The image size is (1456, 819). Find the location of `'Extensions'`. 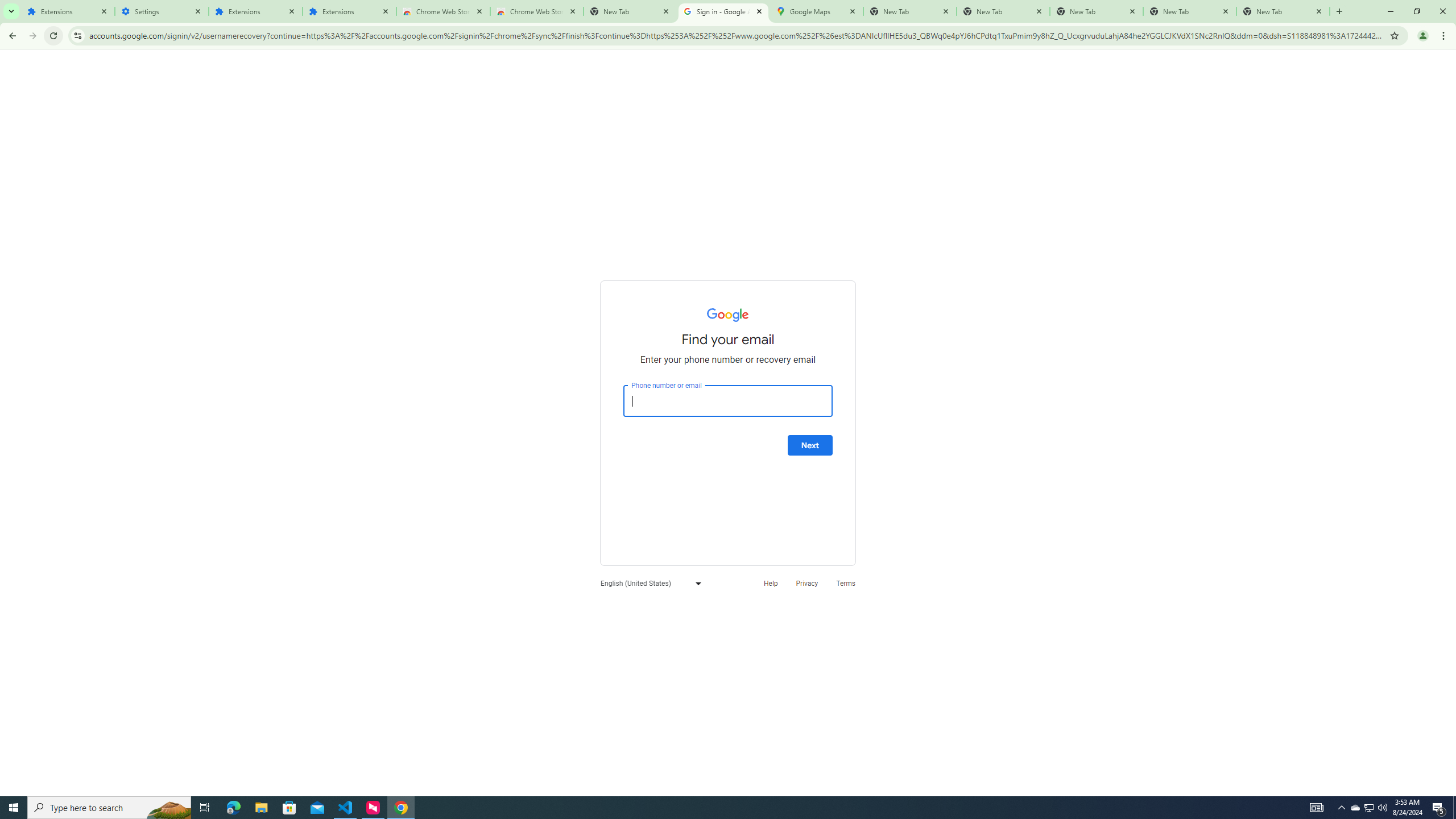

'Extensions' is located at coordinates (255, 11).